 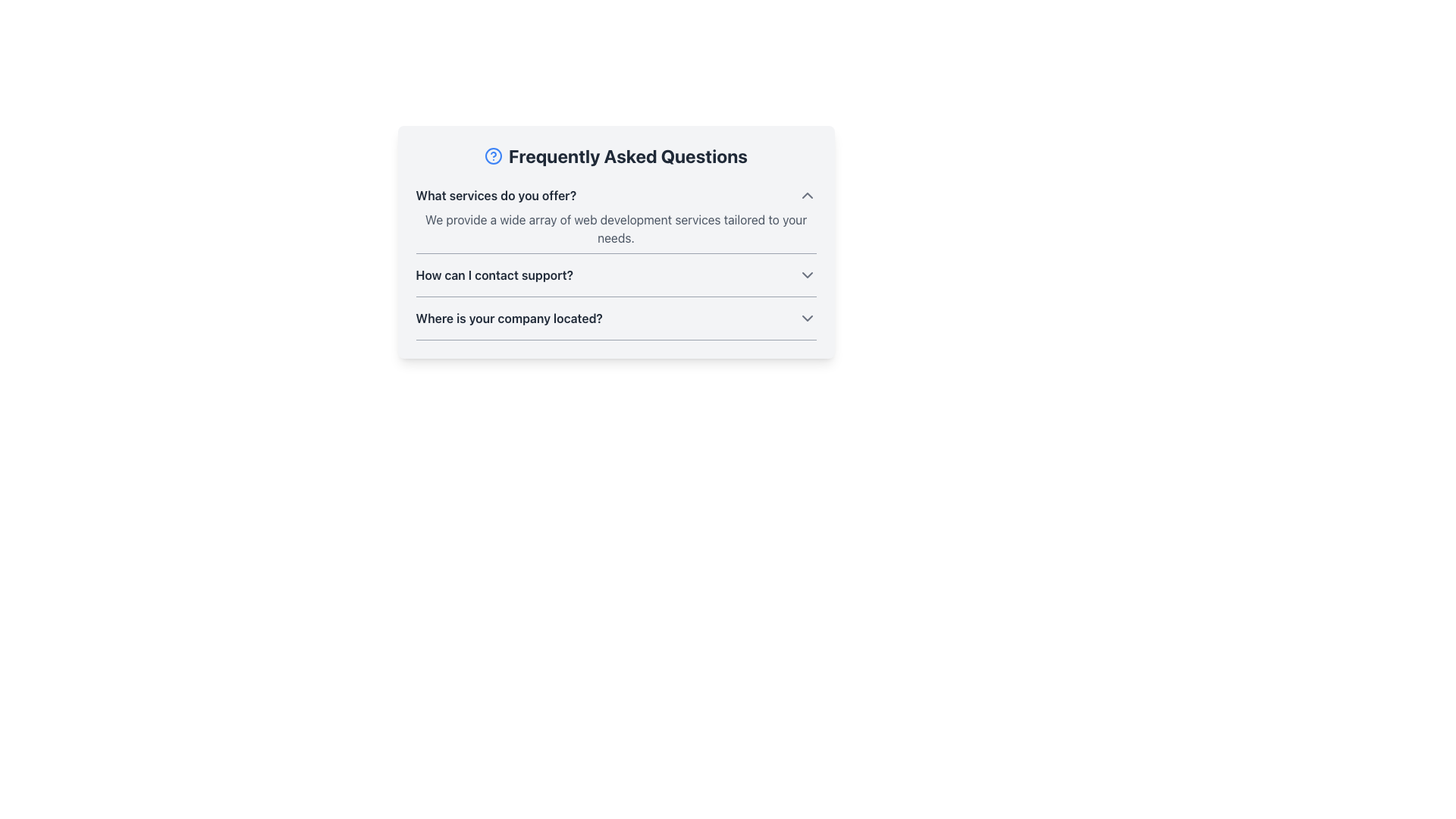 I want to click on the circular icon with a blue outline that contains a stylized question mark design, located to the left of the 'Frequently Asked Questions' title, so click(x=494, y=155).